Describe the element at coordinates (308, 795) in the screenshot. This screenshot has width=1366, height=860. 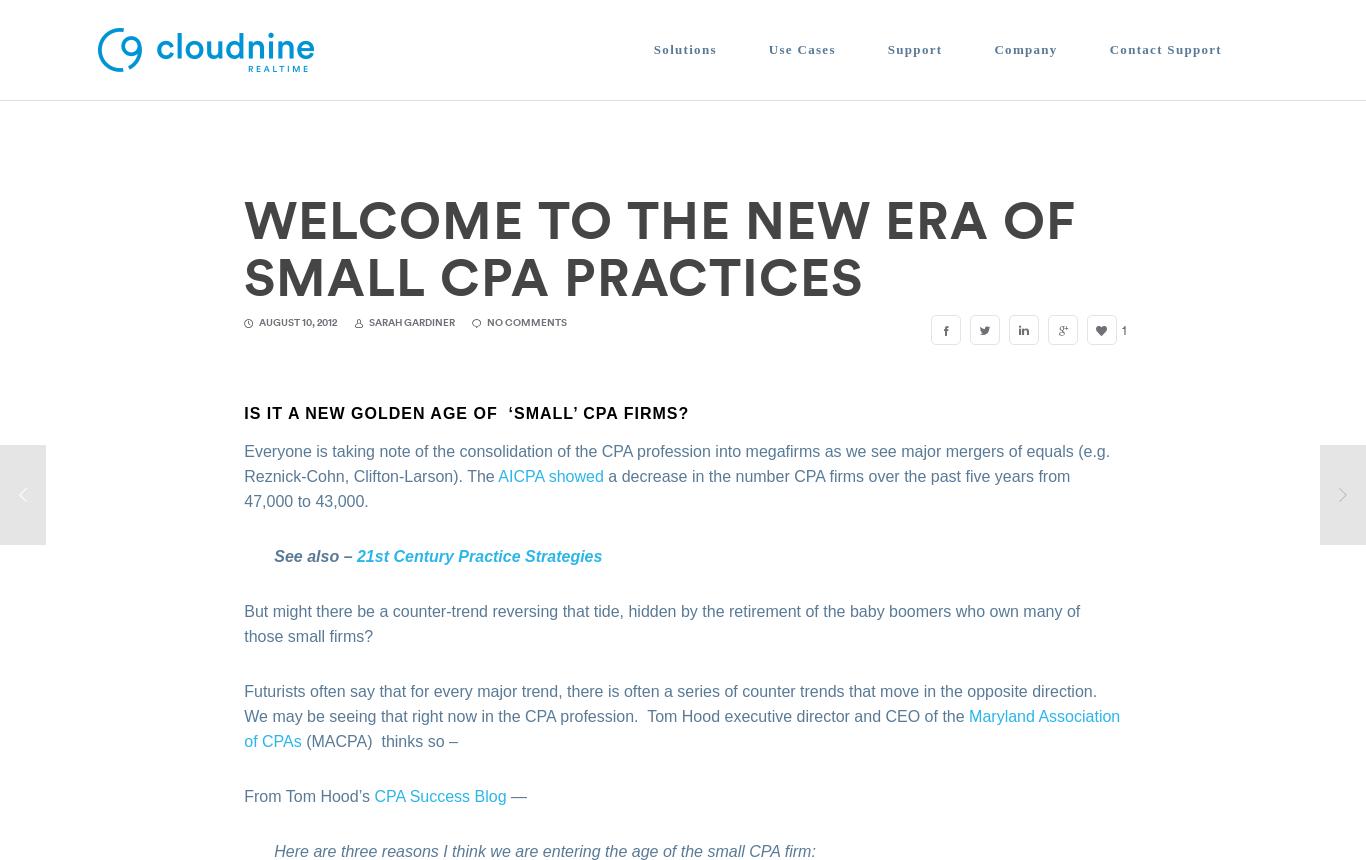
I see `'From Tom Hood’s'` at that location.